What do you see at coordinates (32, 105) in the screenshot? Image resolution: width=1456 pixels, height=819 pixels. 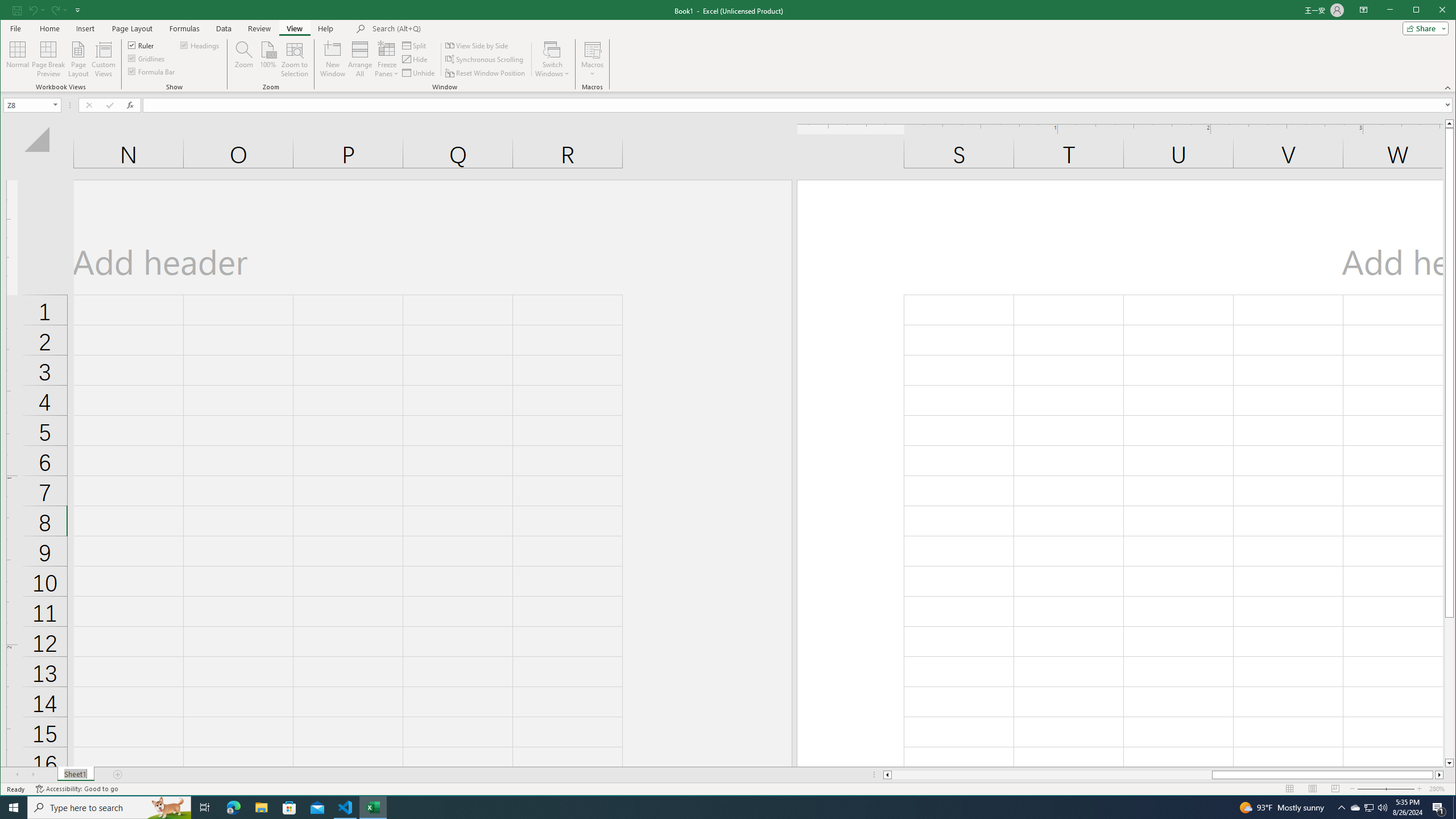 I see `'Name Box'` at bounding box center [32, 105].